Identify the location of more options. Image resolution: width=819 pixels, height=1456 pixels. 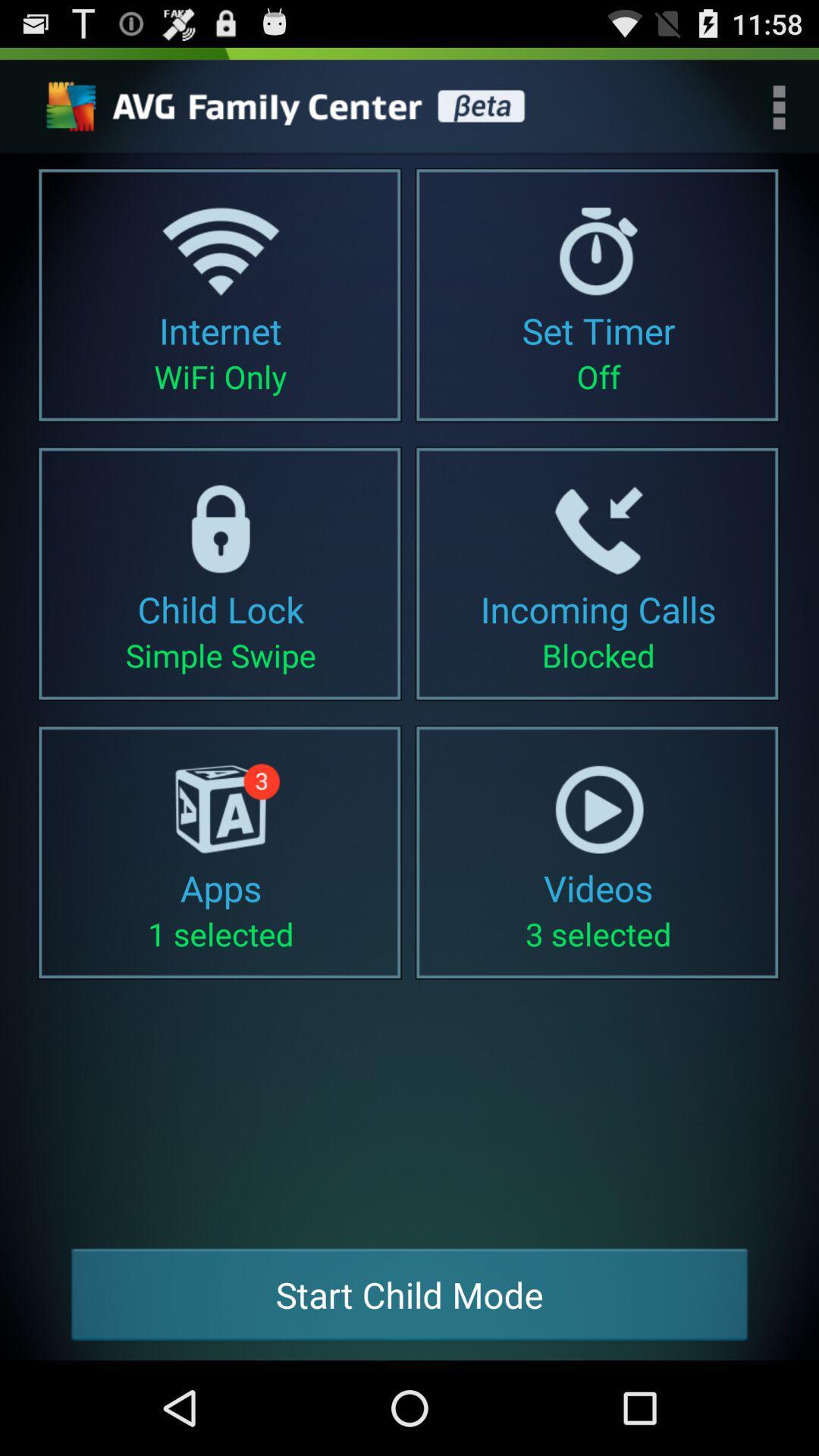
(779, 106).